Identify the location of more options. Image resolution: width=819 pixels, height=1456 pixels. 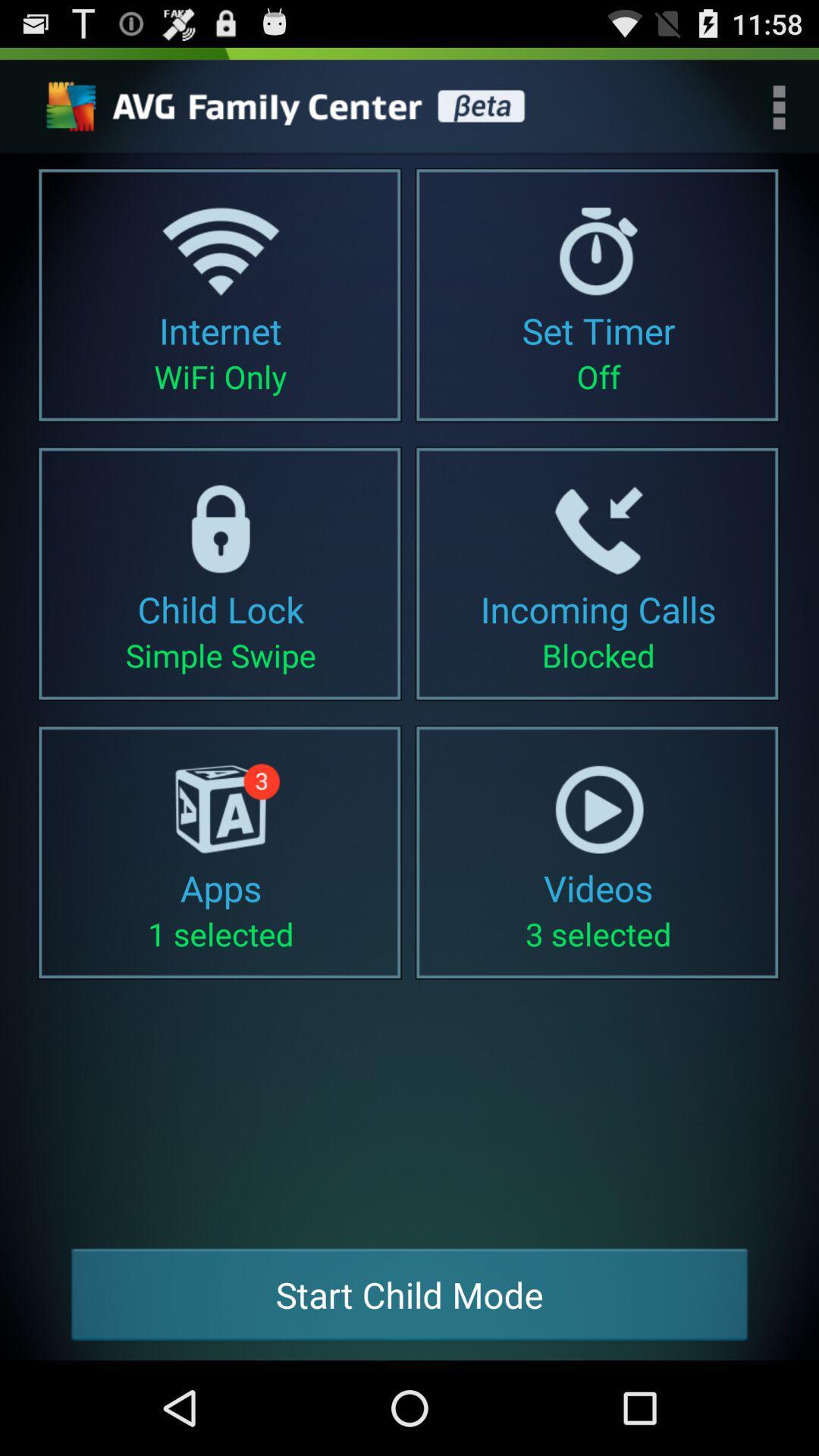
(779, 106).